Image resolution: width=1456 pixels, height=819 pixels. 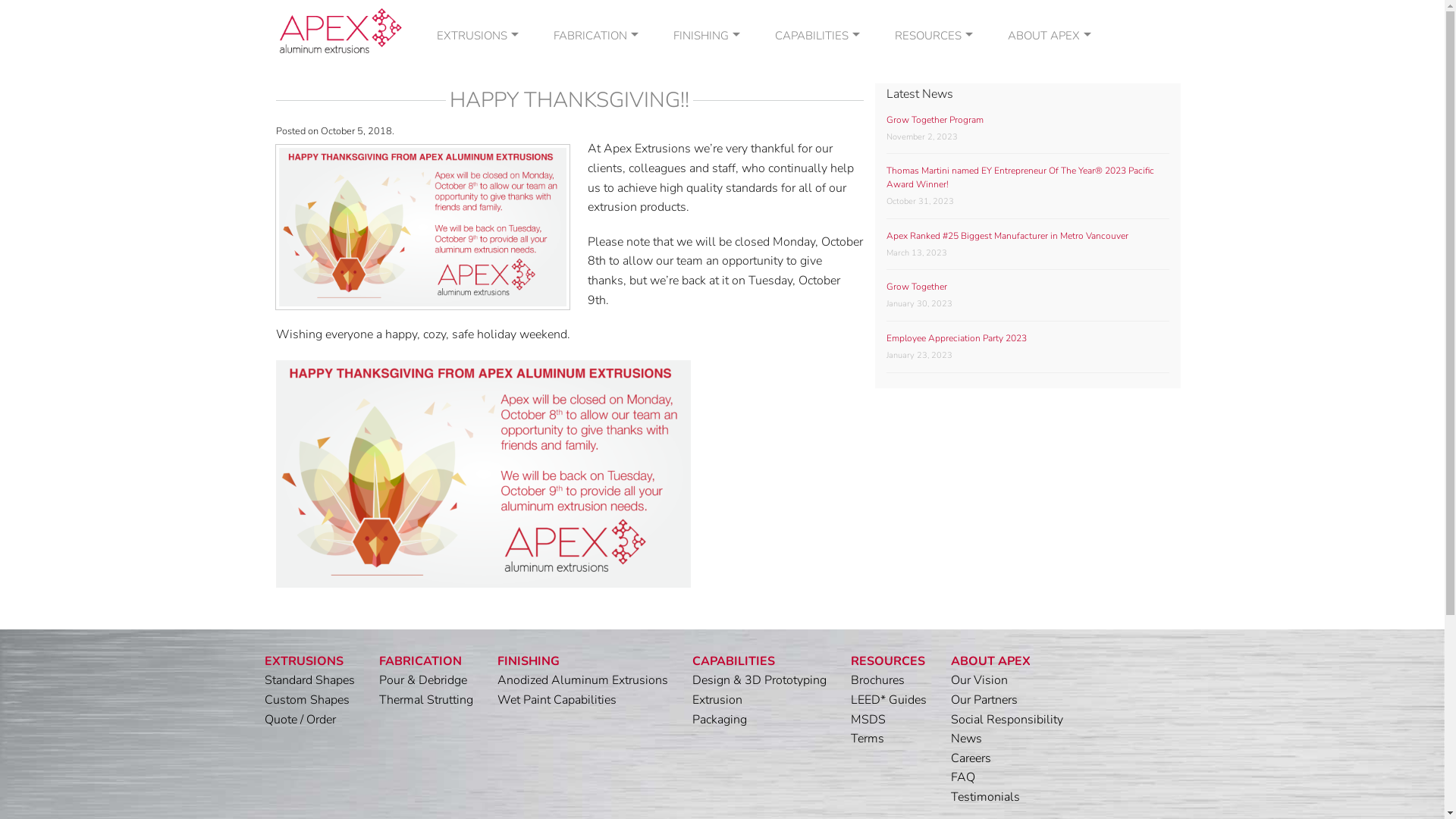 I want to click on 'Wet Paint Capabilities', so click(x=556, y=699).